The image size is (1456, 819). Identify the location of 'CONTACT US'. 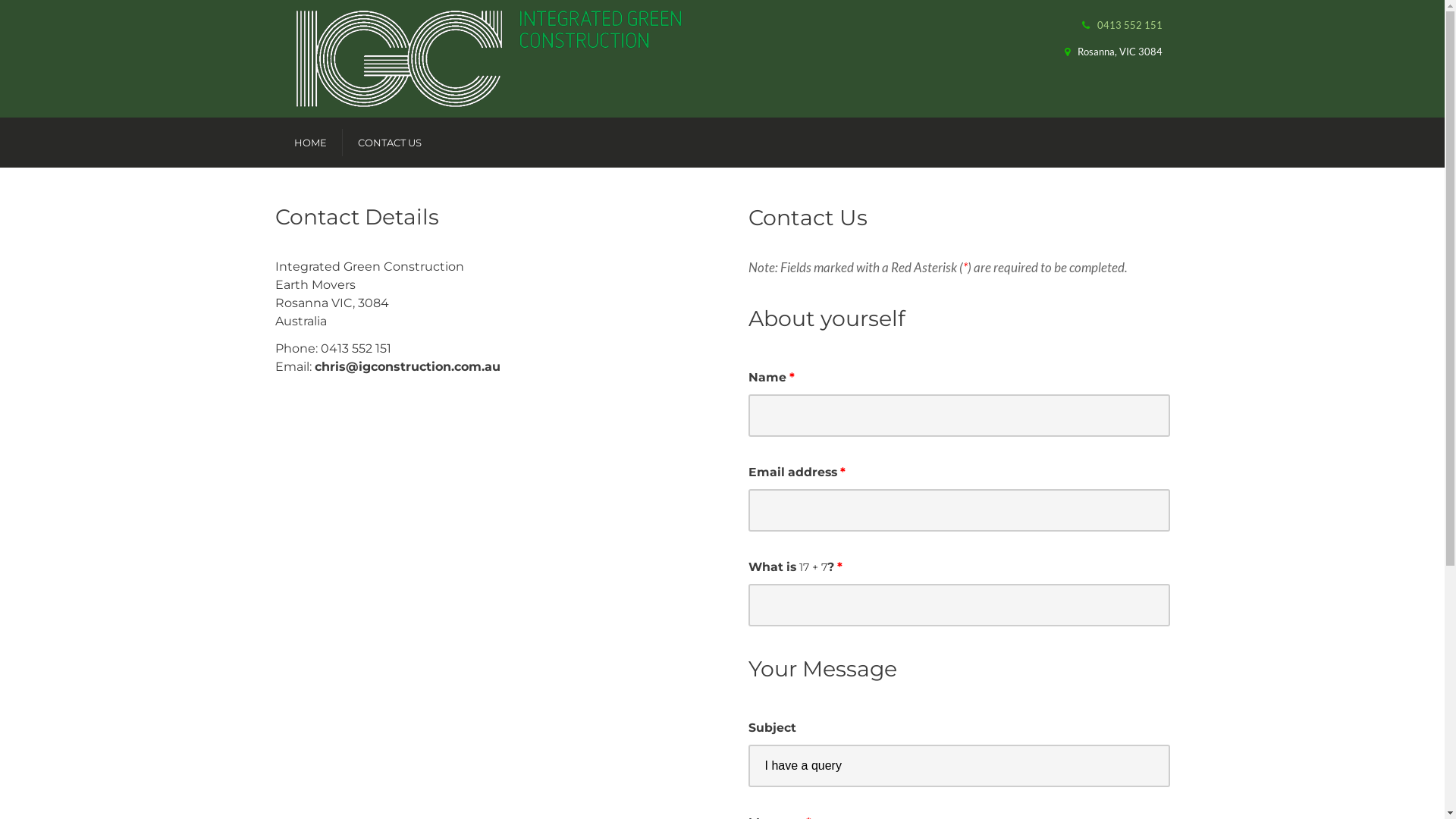
(341, 143).